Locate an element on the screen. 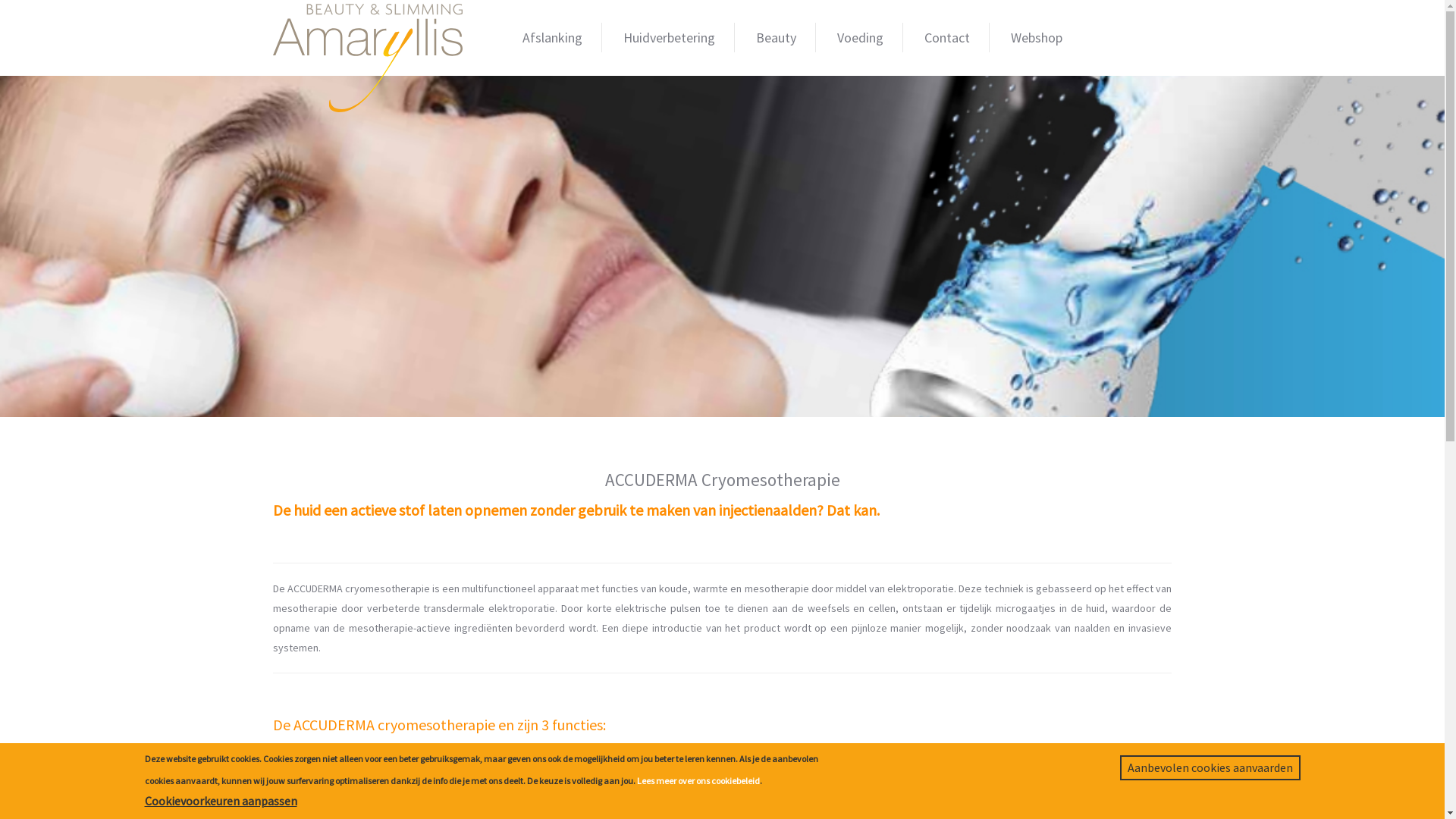 The image size is (1456, 819). 'Lees meer over ons cookiebeleid' is located at coordinates (637, 780).